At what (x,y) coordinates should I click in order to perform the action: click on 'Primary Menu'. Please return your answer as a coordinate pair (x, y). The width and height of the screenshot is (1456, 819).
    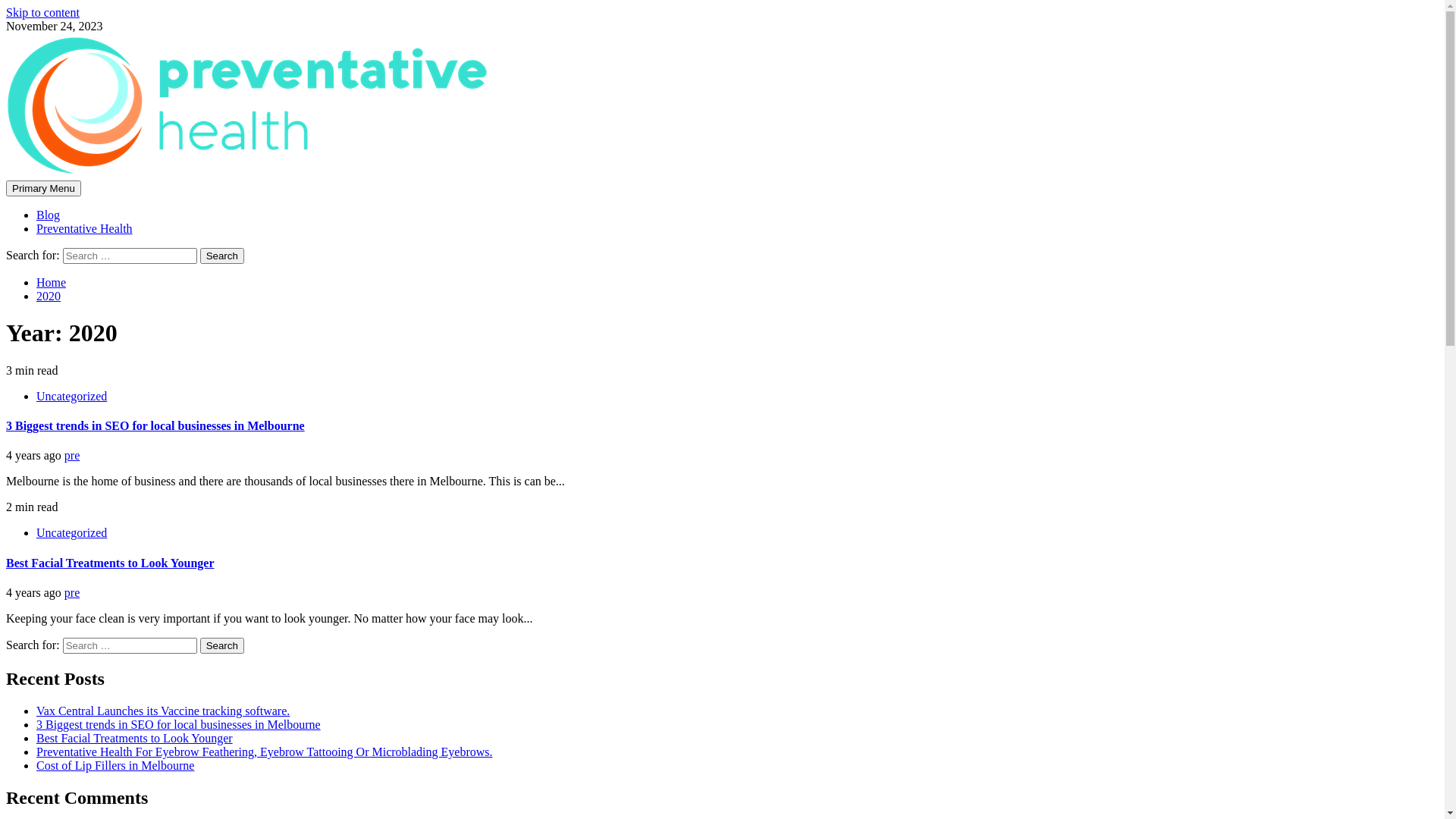
    Looking at the image, I should click on (43, 187).